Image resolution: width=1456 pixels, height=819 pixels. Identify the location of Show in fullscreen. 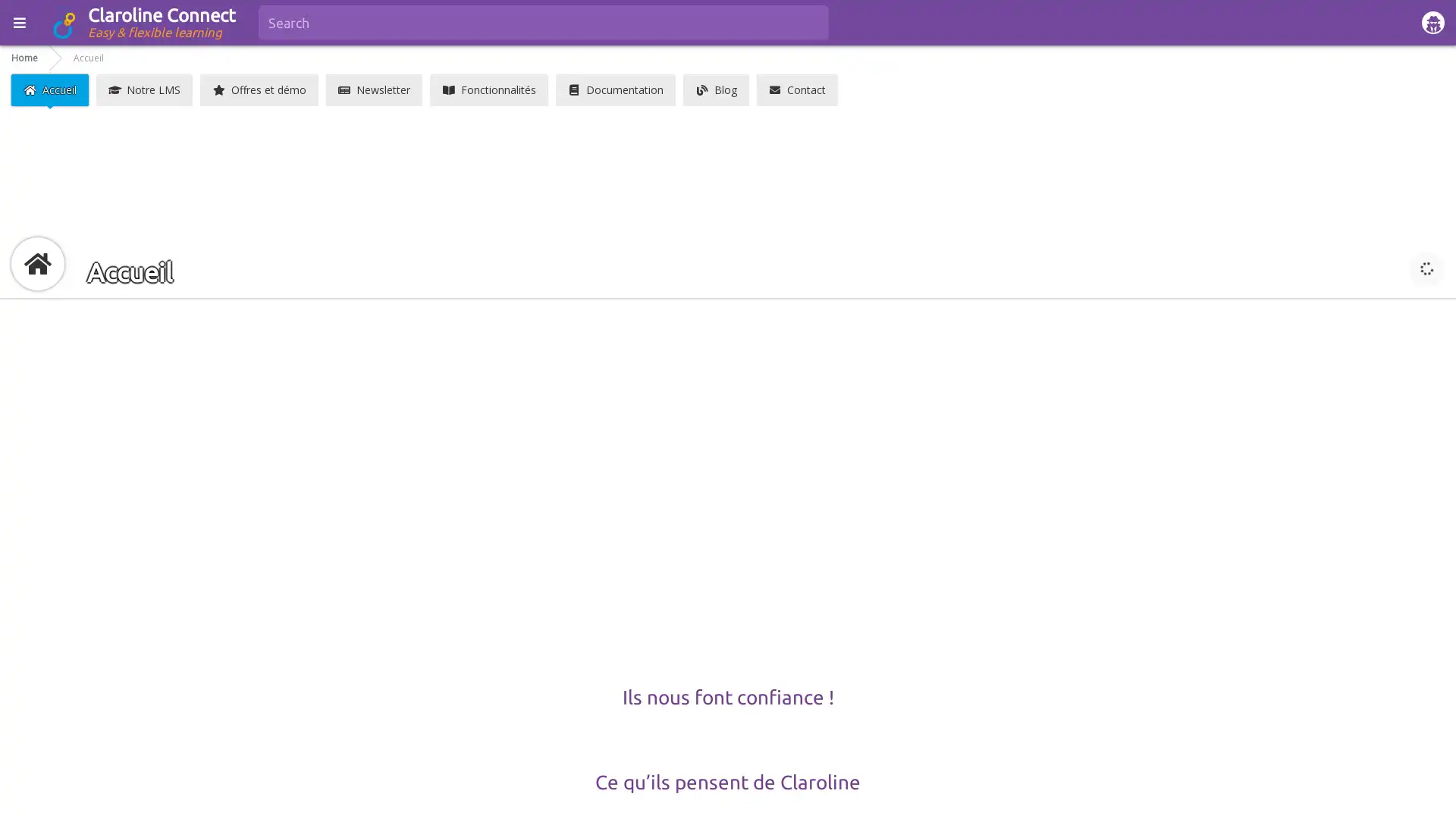
(1388, 268).